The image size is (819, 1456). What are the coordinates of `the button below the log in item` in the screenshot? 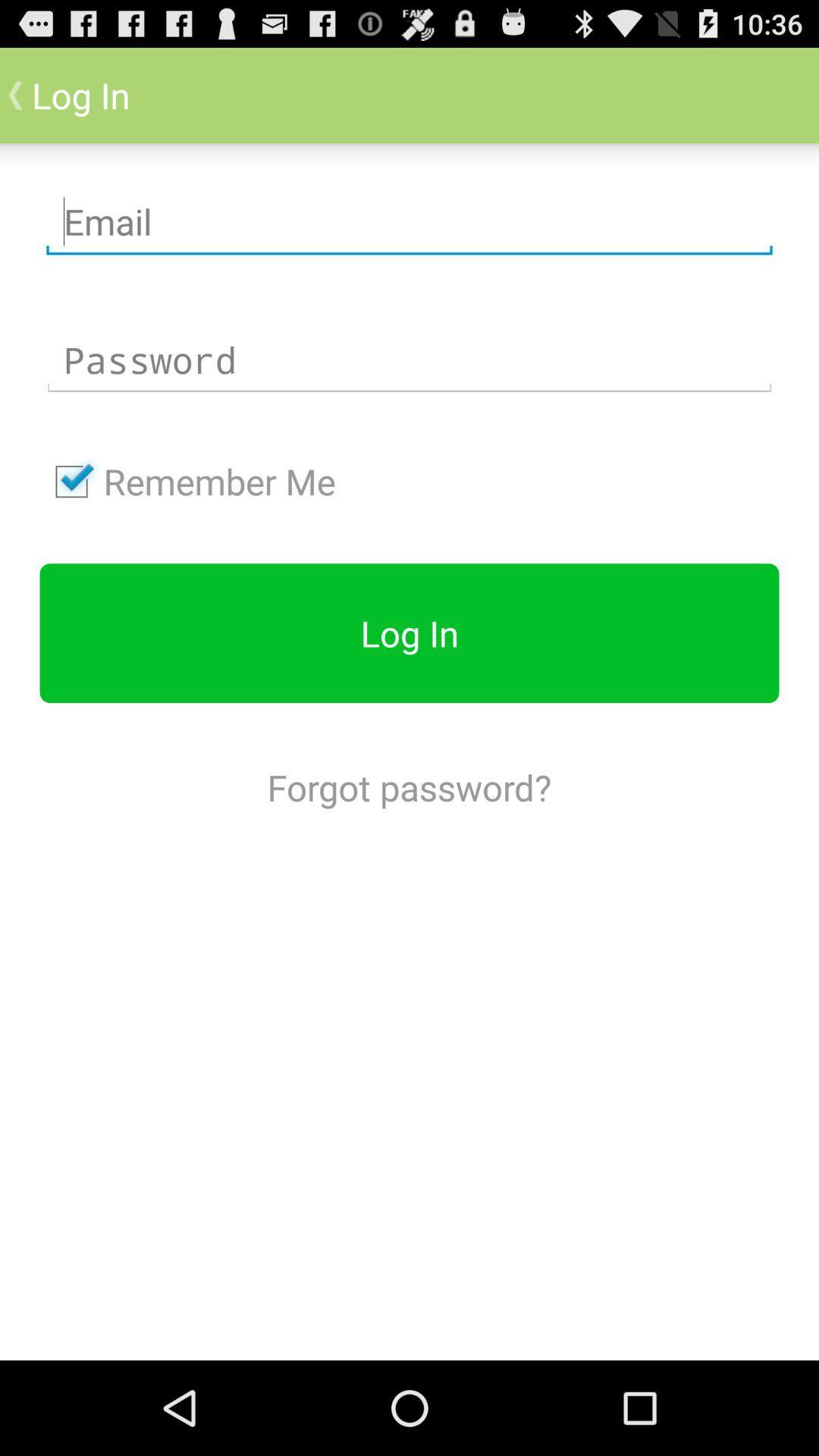 It's located at (409, 787).